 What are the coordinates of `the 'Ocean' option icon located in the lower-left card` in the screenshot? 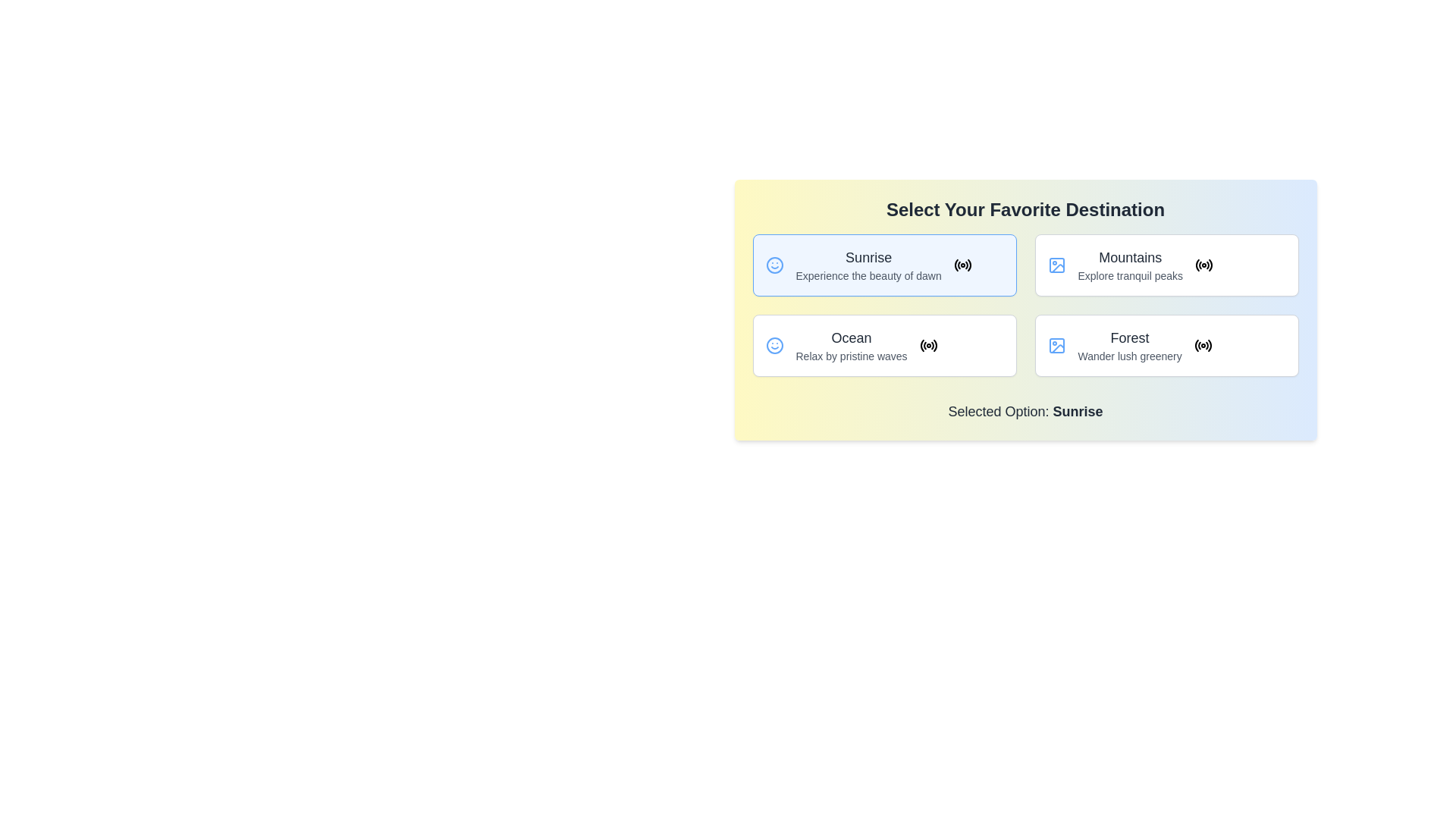 It's located at (927, 345).